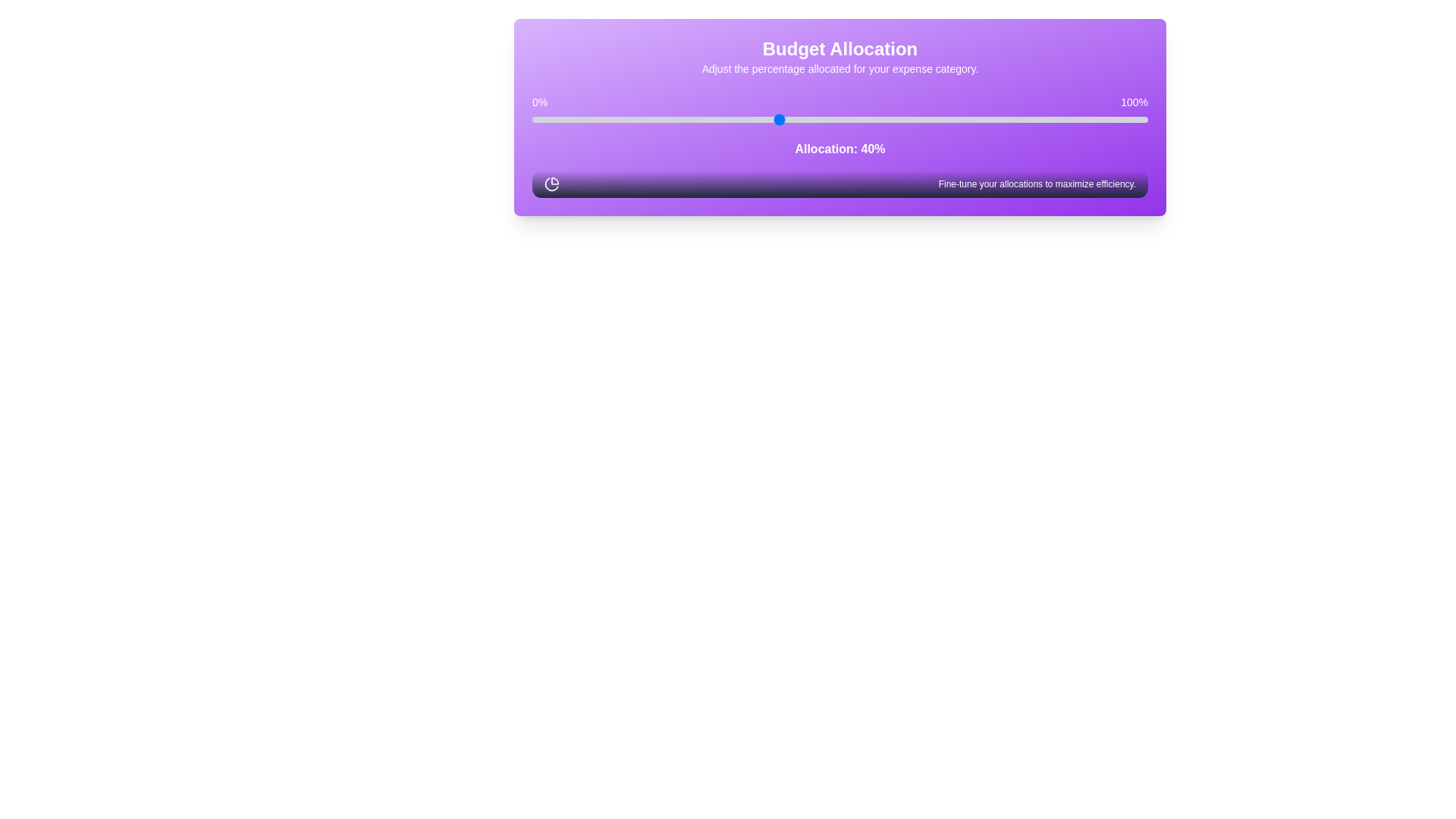 Image resolution: width=1456 pixels, height=819 pixels. What do you see at coordinates (1055, 119) in the screenshot?
I see `the slider` at bounding box center [1055, 119].